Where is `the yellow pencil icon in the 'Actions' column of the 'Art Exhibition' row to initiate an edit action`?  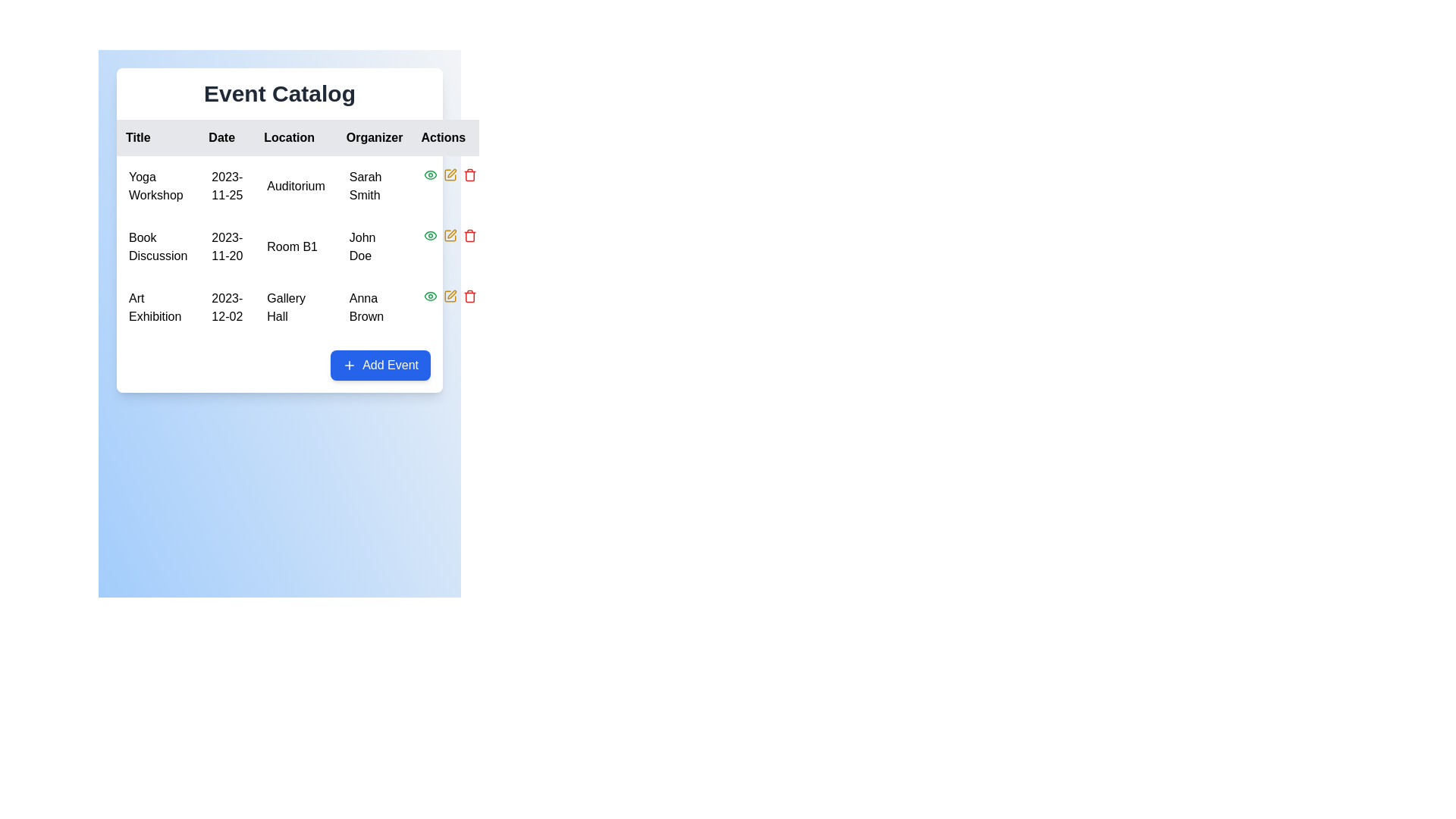
the yellow pencil icon in the 'Actions' column of the 'Art Exhibition' row to initiate an edit action is located at coordinates (450, 296).